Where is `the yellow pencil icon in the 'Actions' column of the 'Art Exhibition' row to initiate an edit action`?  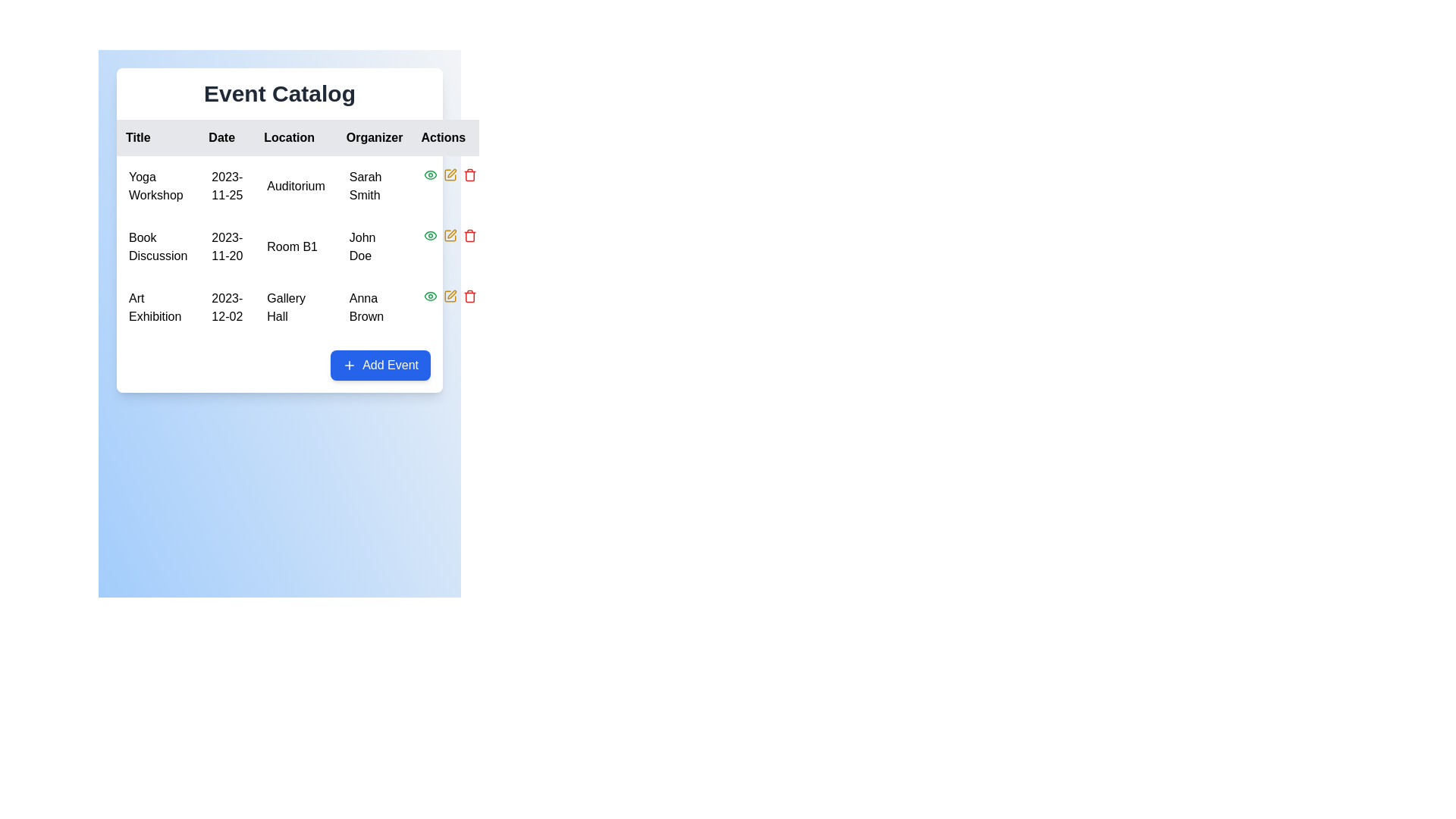
the yellow pencil icon in the 'Actions' column of the 'Art Exhibition' row to initiate an edit action is located at coordinates (450, 296).